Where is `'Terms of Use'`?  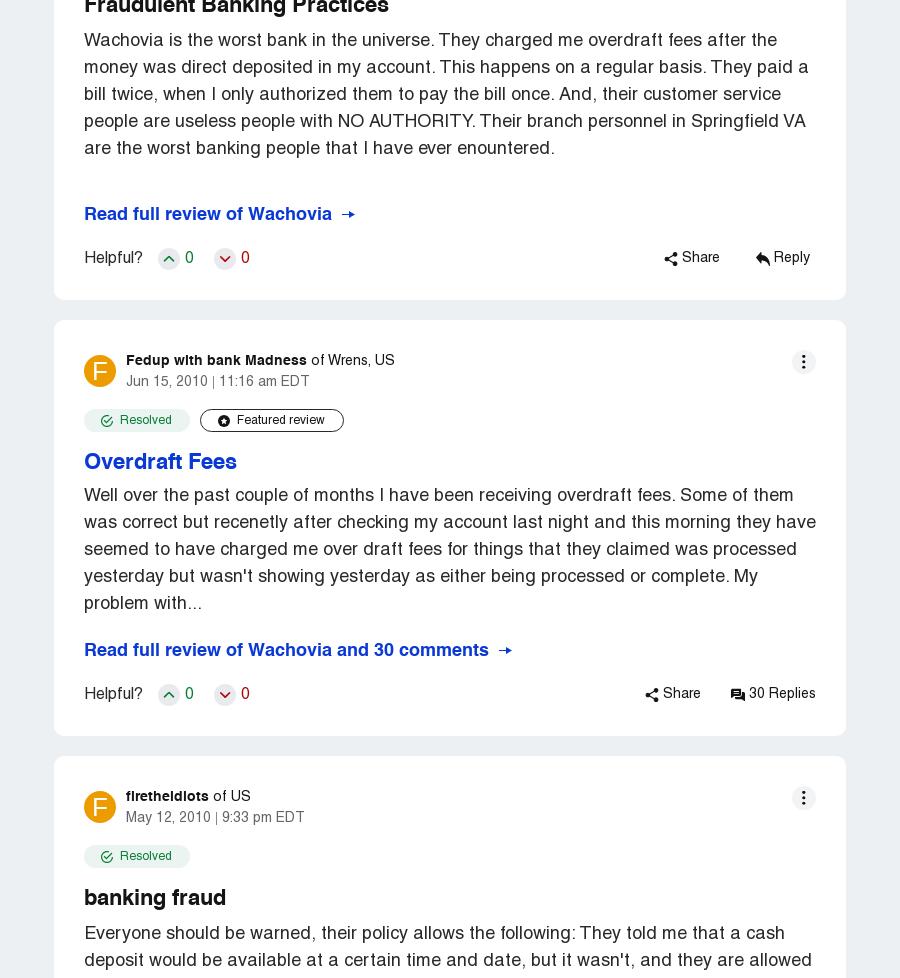
'Terms of Use' is located at coordinates (842, 845).